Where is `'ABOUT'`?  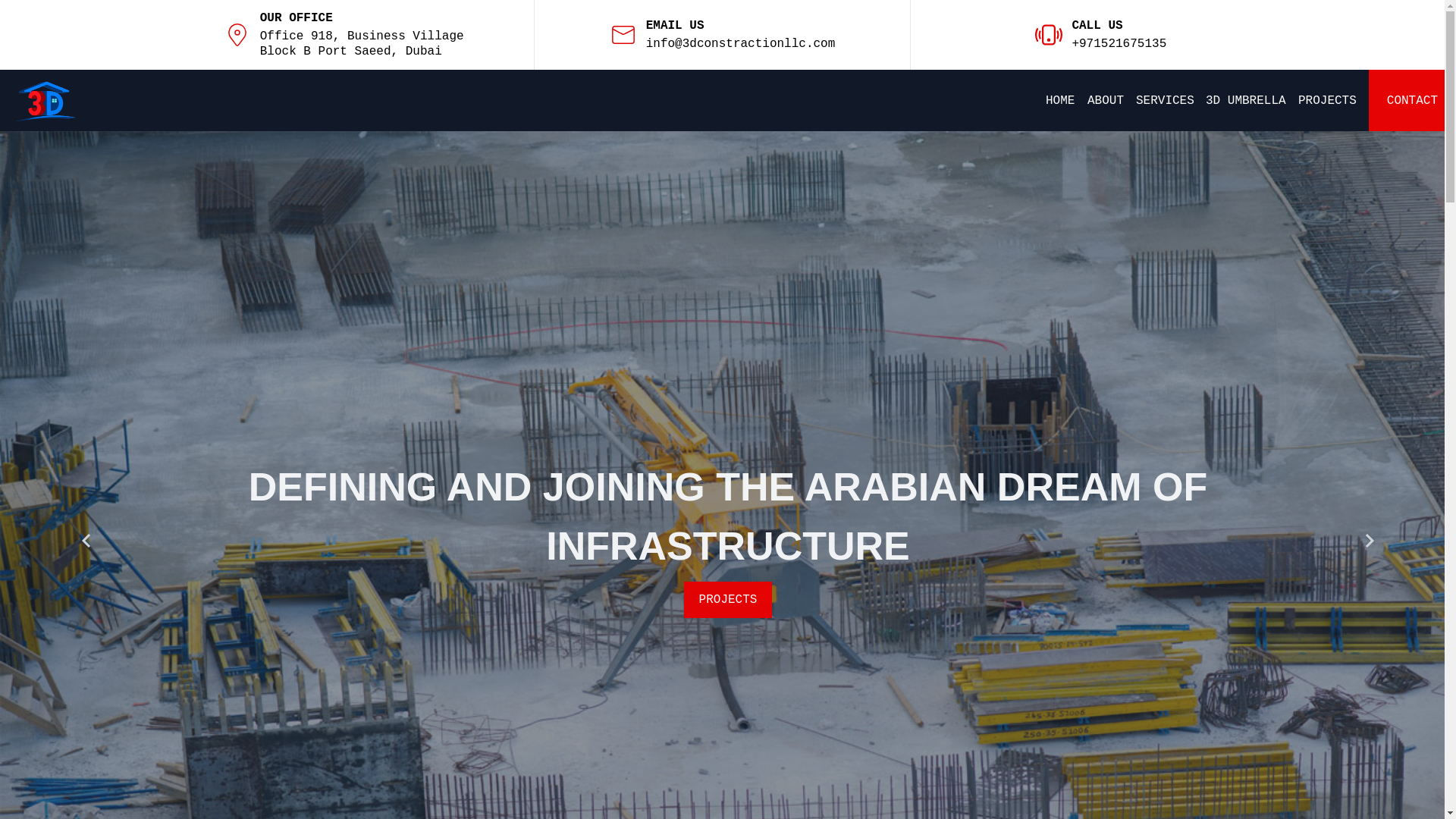 'ABOUT' is located at coordinates (1087, 100).